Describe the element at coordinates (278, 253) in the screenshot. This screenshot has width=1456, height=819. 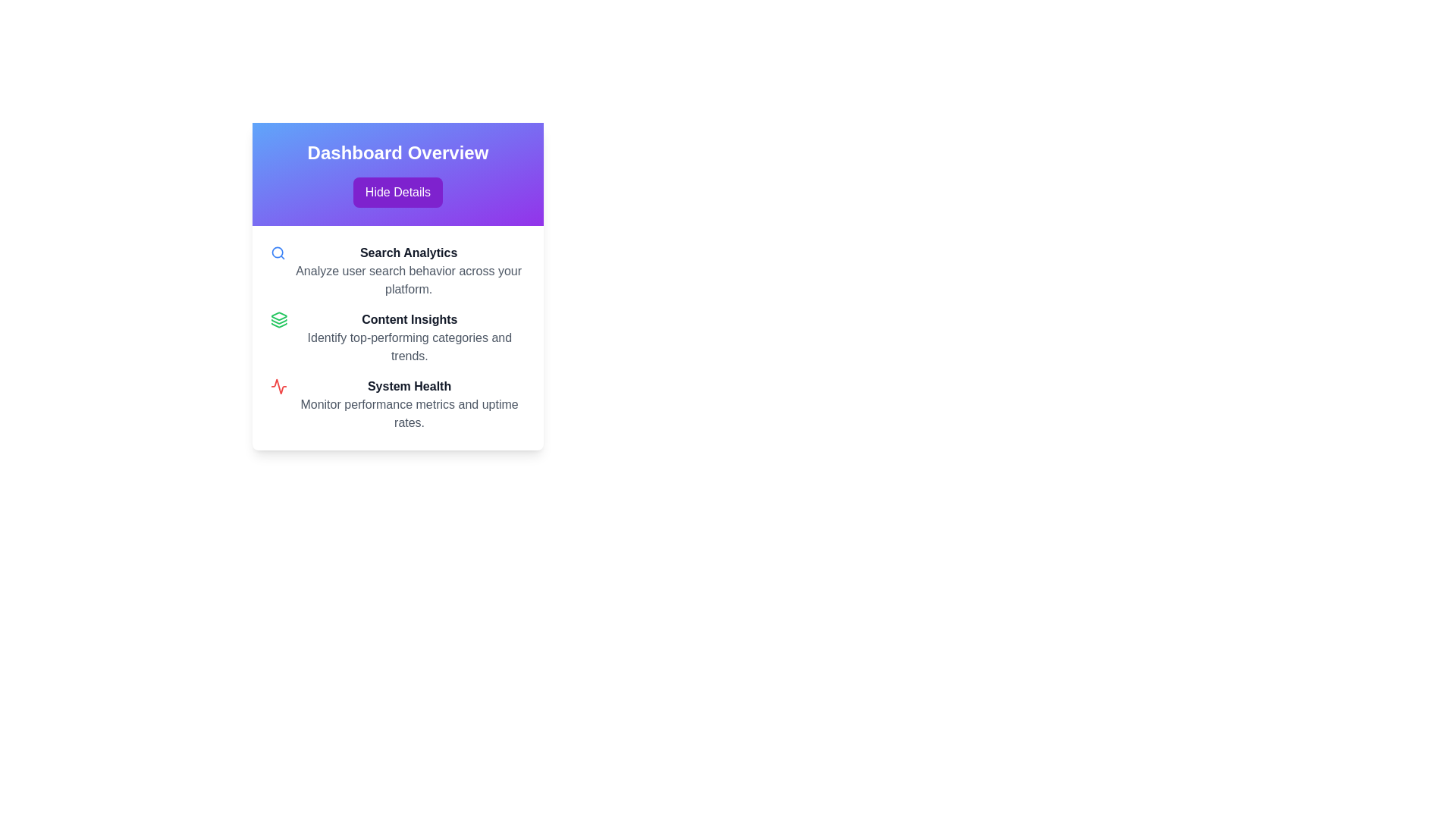
I see `the 'Search Analytics' icon located in the dashboard overview, which is the first icon among the listed features` at that location.